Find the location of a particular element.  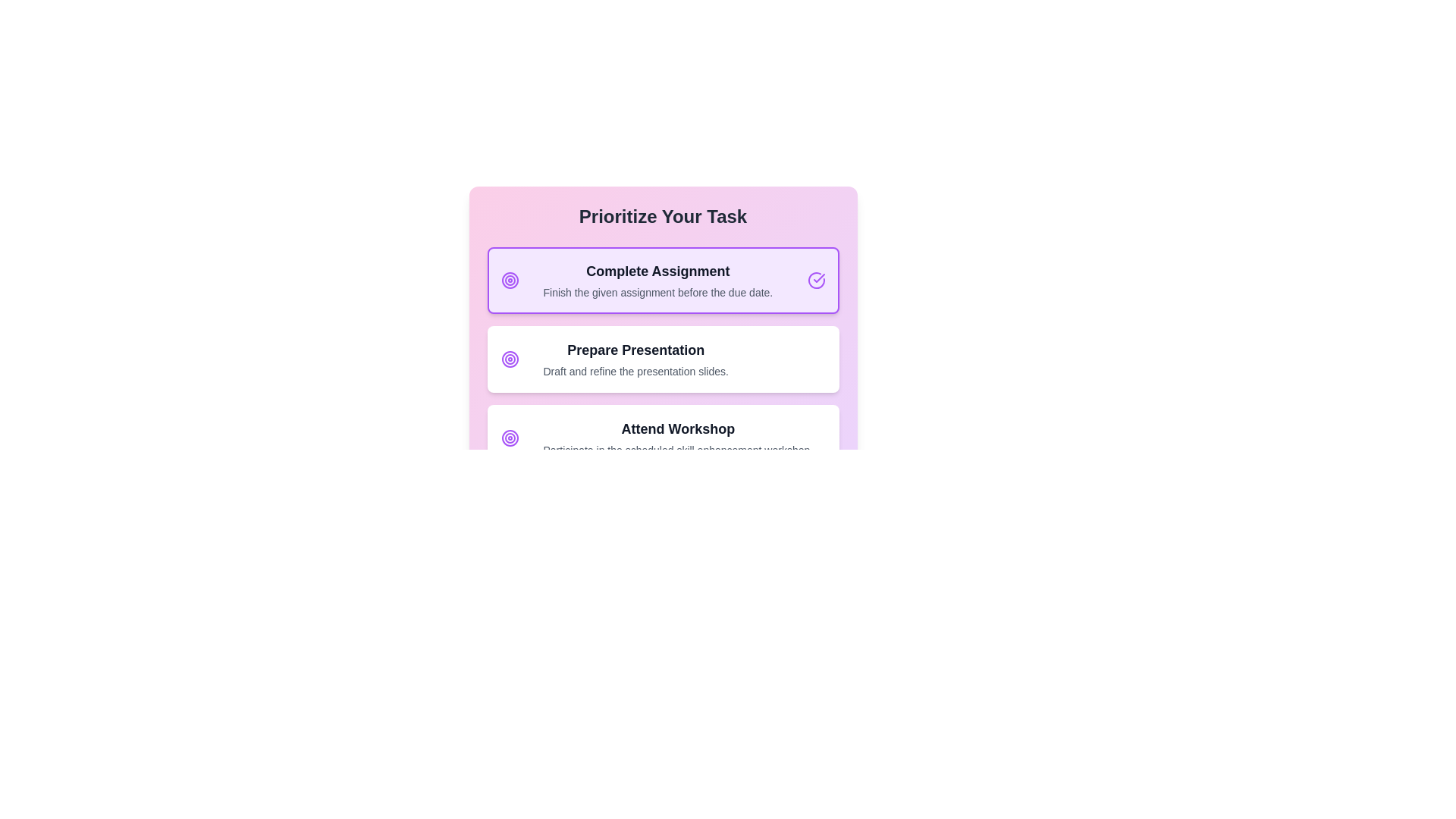

the circular check icon with a purple outline located in the top-right corner of the task box labeled 'Complete Assignment' is located at coordinates (815, 281).